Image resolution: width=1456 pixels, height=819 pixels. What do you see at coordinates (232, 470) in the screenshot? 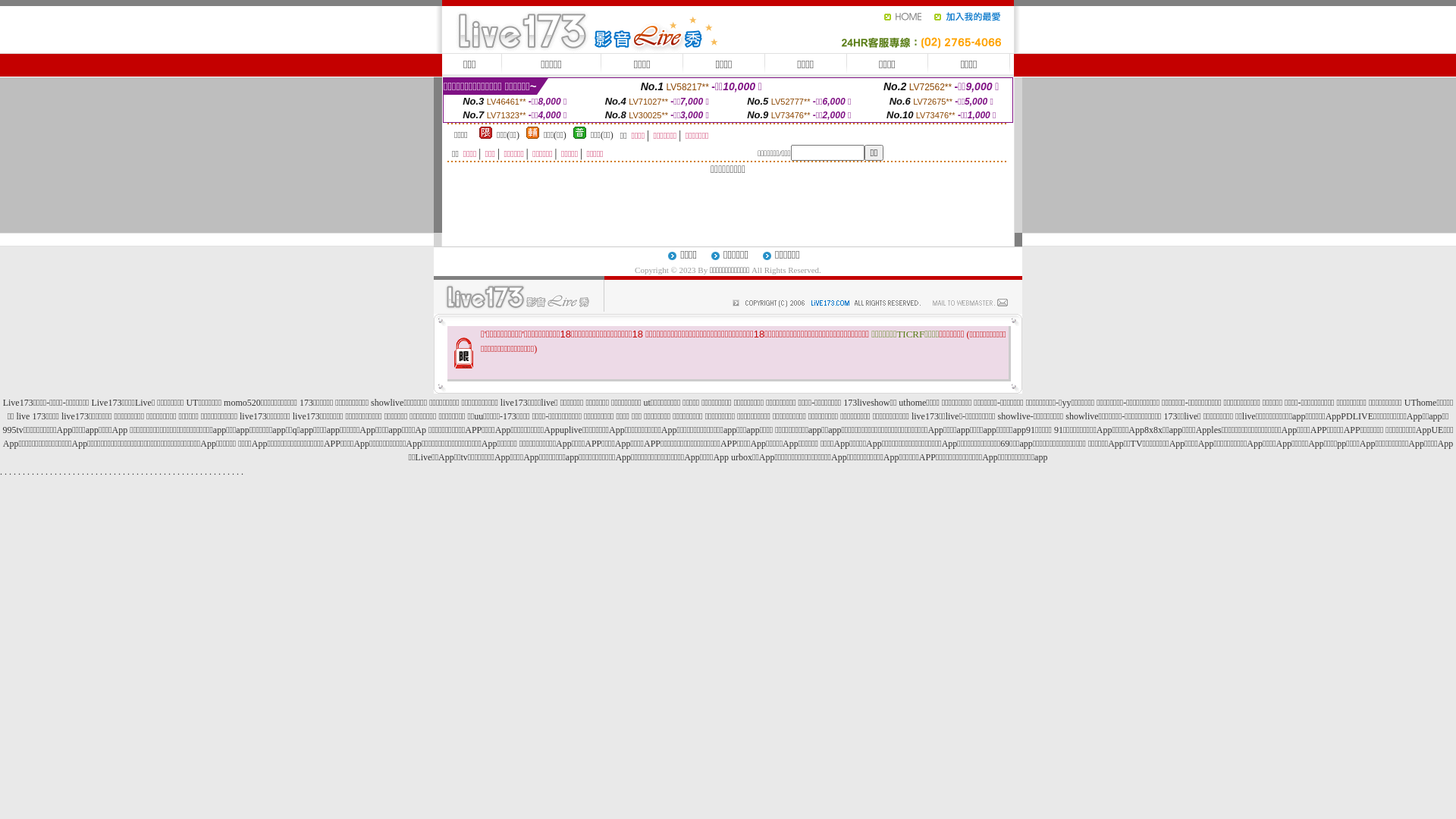
I see `'.'` at bounding box center [232, 470].